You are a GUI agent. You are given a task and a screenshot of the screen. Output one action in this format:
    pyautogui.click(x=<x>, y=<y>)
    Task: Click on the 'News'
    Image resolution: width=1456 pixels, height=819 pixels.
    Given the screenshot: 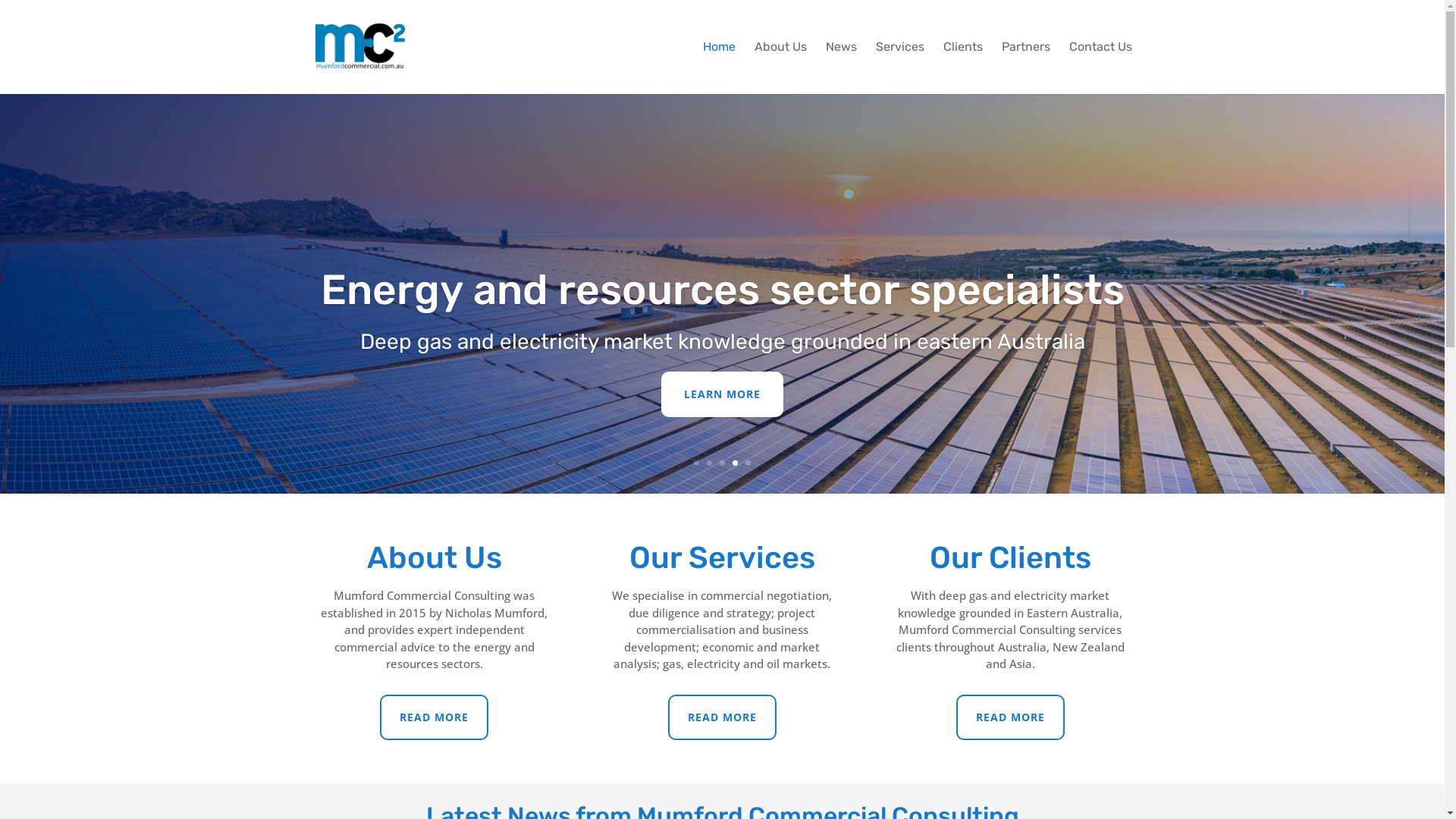 What is the action you would take?
    pyautogui.click(x=839, y=67)
    